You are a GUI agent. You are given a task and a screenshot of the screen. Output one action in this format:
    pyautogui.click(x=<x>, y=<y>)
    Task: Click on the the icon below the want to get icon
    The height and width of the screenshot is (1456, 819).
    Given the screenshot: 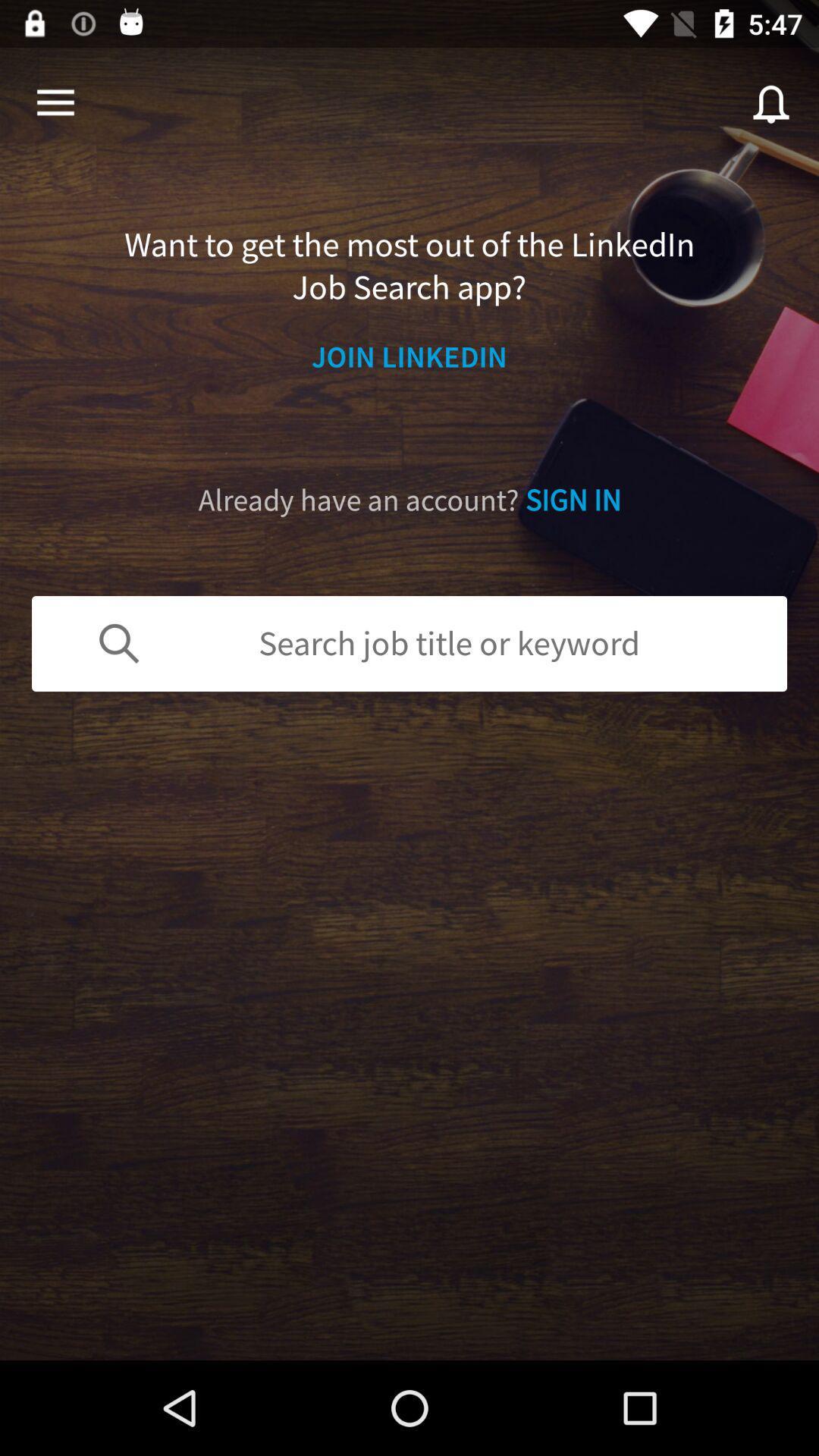 What is the action you would take?
    pyautogui.click(x=409, y=356)
    